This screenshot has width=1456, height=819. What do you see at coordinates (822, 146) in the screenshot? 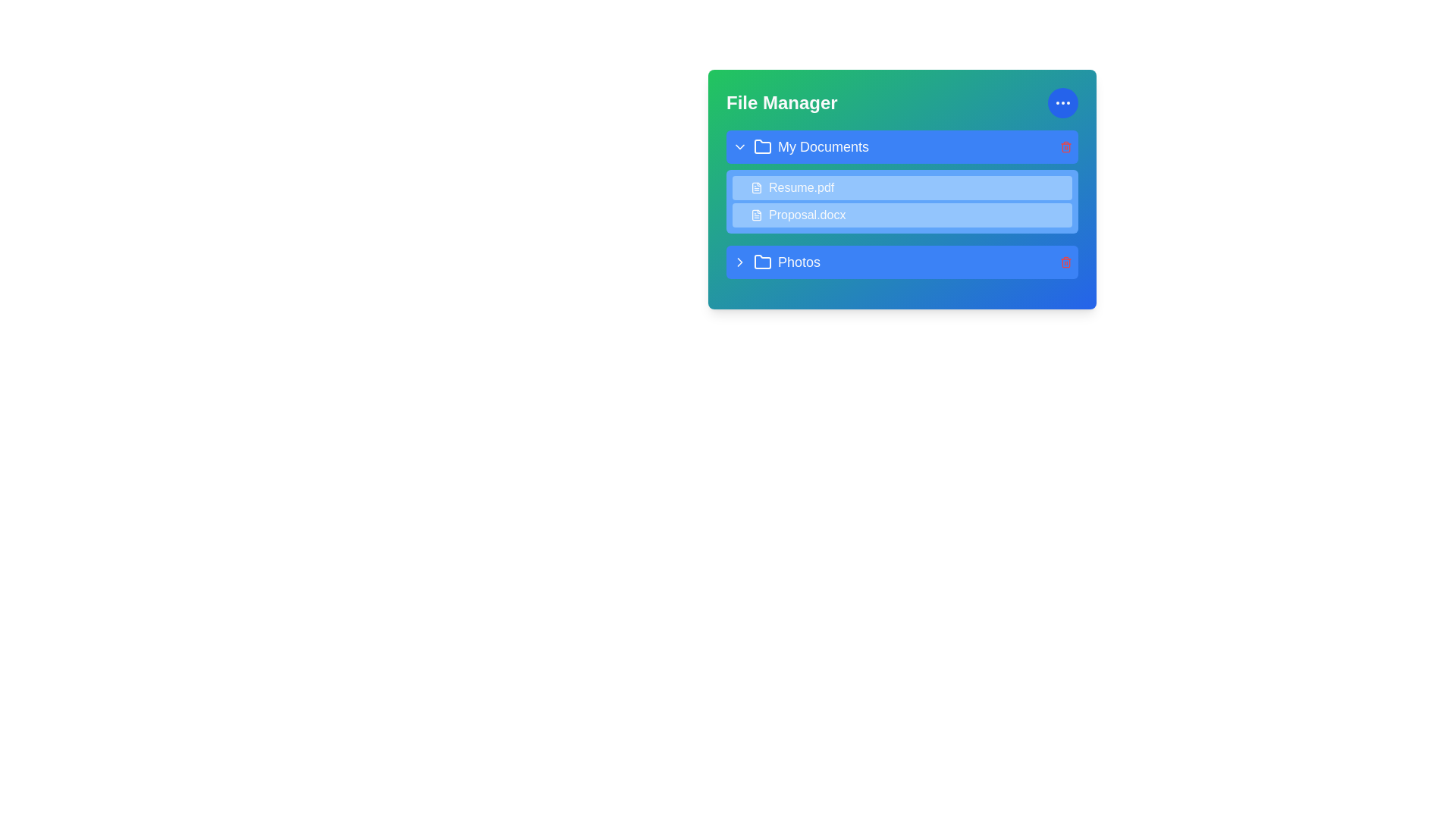
I see `the 'My Documents' text label, which is rendered in a bold and large font against a blue rectangle` at bounding box center [822, 146].